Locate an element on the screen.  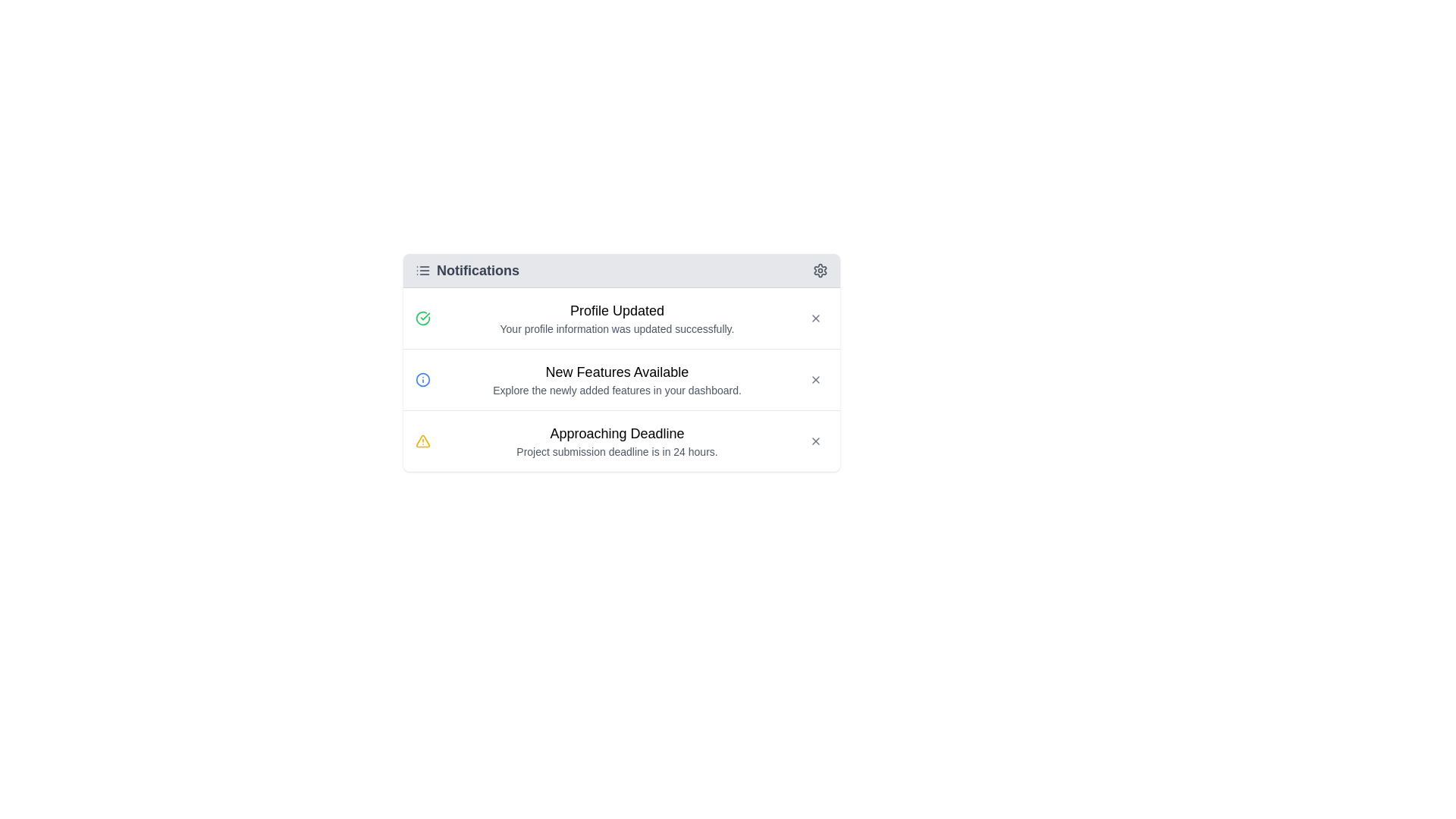
information displayed in the Notification Card about the urgent project submission deadline located in the notifications panel, which is the last notification below 'New Features Available.' is located at coordinates (622, 441).